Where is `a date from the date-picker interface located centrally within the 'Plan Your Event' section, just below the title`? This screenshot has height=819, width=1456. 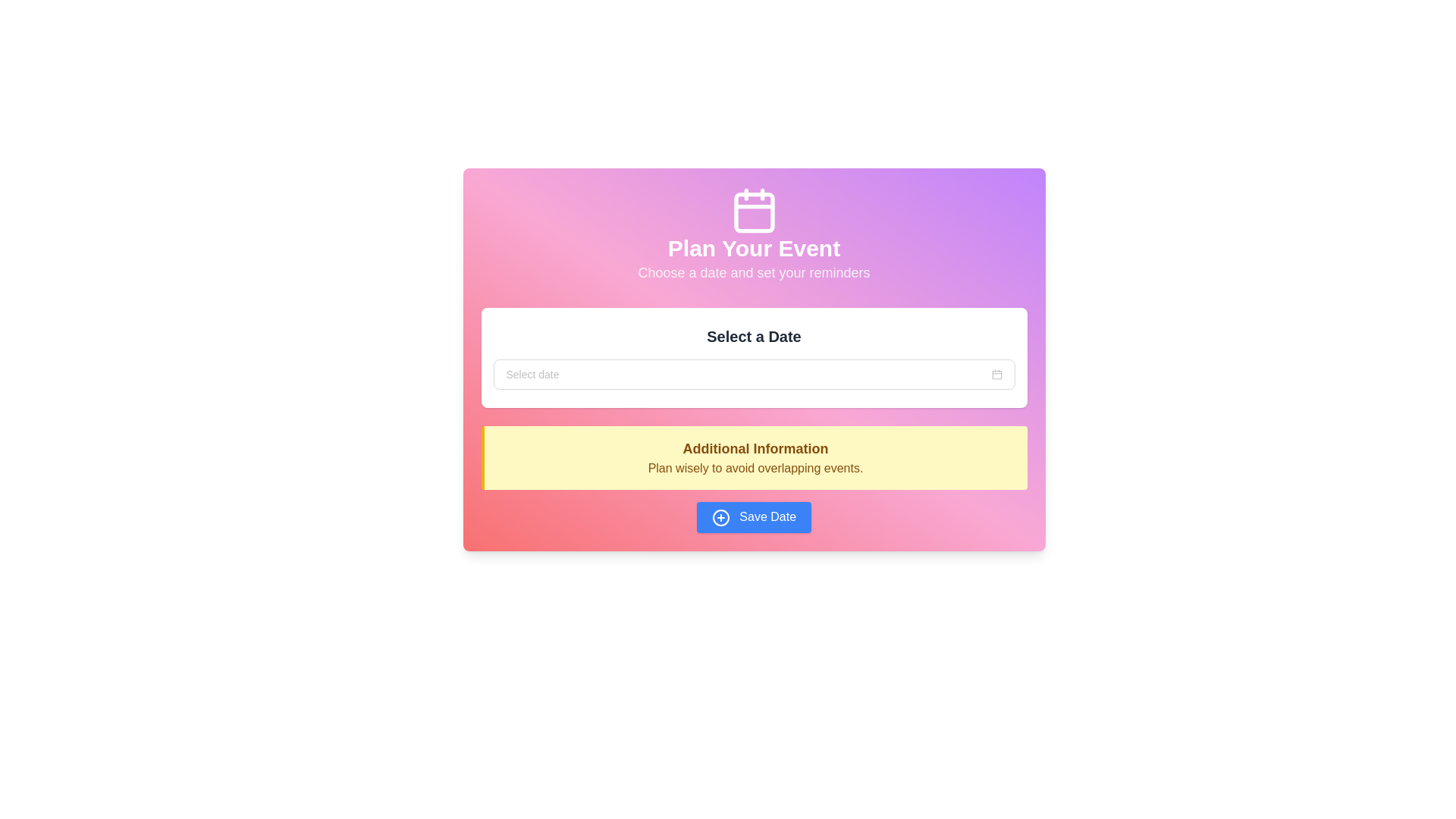 a date from the date-picker interface located centrally within the 'Plan Your Event' section, just below the title is located at coordinates (754, 357).